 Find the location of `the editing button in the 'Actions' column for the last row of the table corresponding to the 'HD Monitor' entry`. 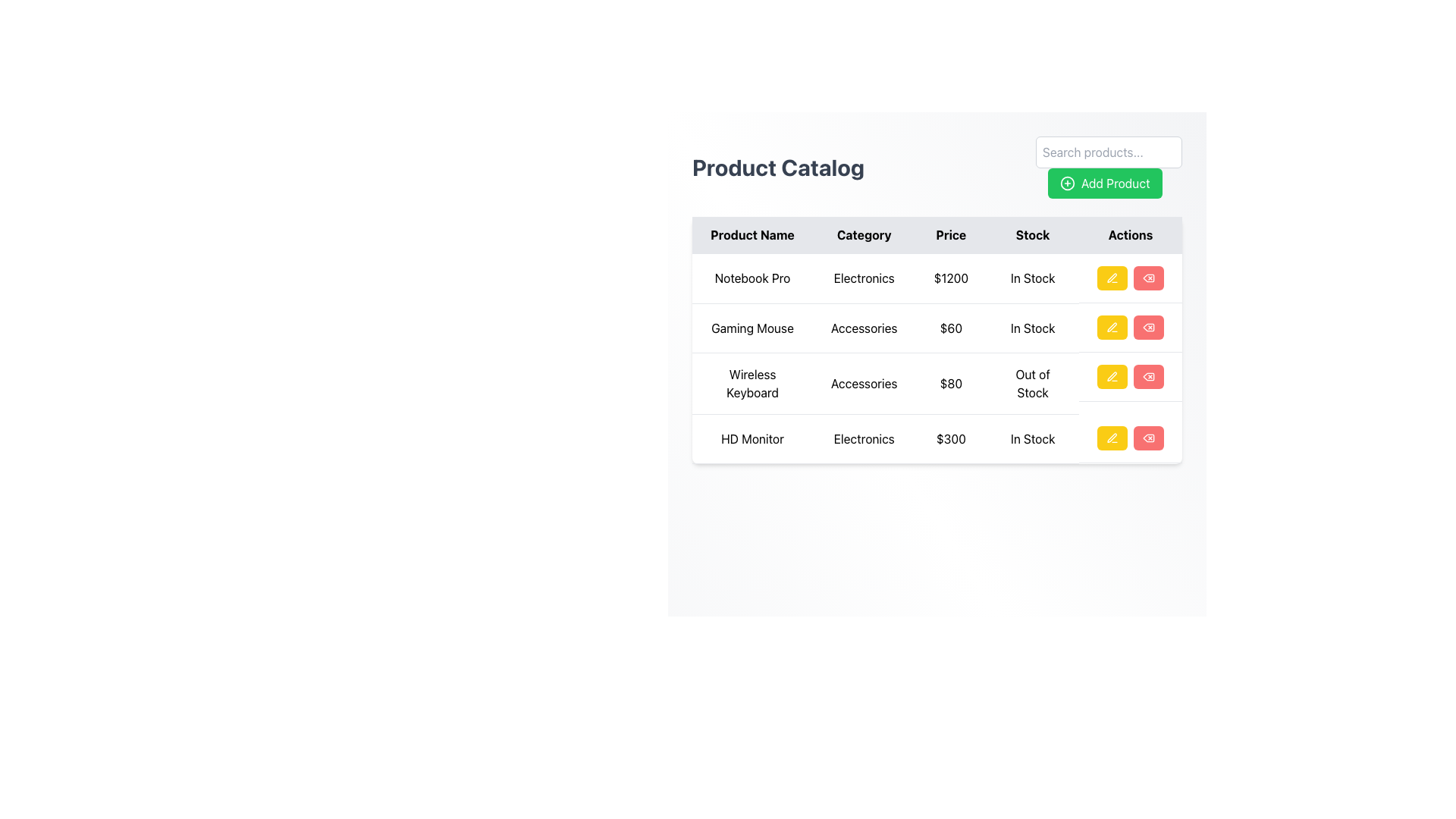

the editing button in the 'Actions' column for the last row of the table corresponding to the 'HD Monitor' entry is located at coordinates (1112, 438).